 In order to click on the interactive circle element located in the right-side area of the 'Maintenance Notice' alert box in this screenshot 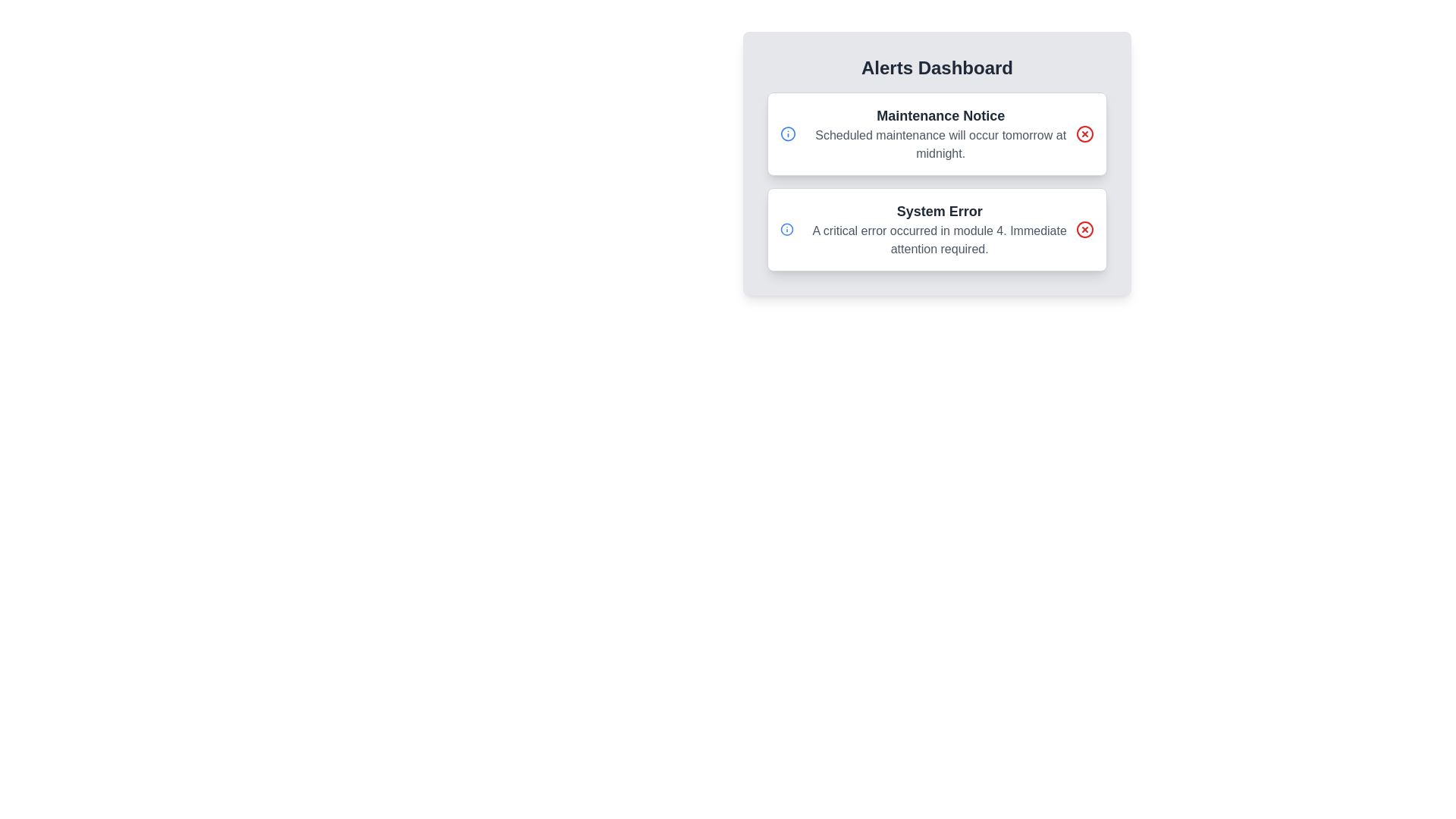, I will do `click(1084, 133)`.